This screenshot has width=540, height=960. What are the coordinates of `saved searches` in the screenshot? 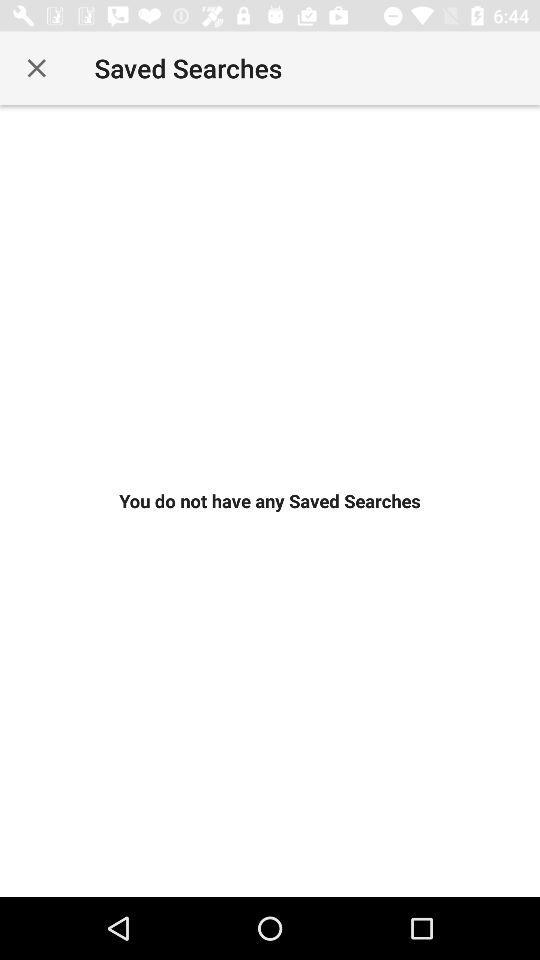 It's located at (36, 68).